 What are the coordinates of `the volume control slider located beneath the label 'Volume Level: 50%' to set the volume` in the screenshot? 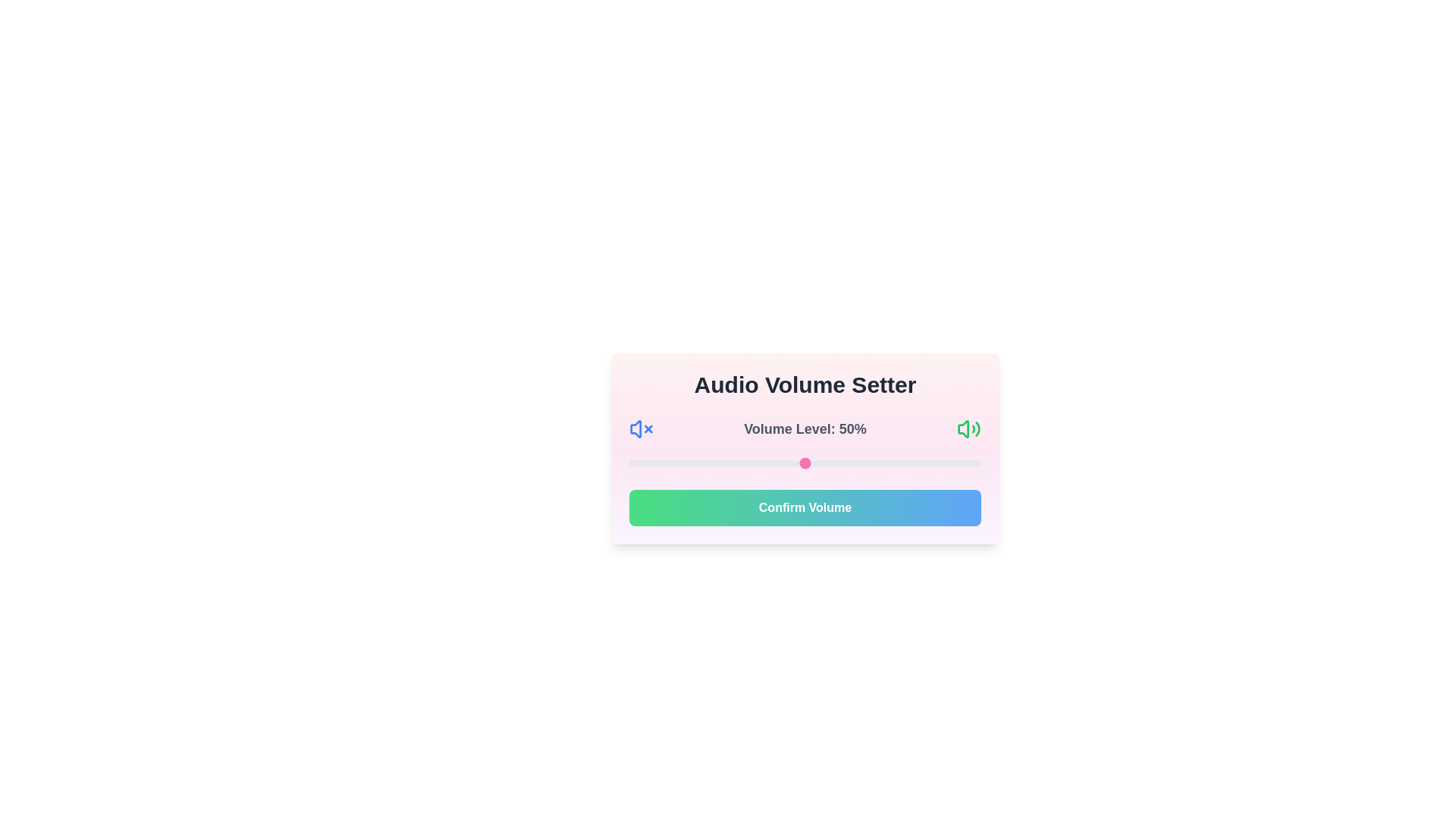 It's located at (804, 462).